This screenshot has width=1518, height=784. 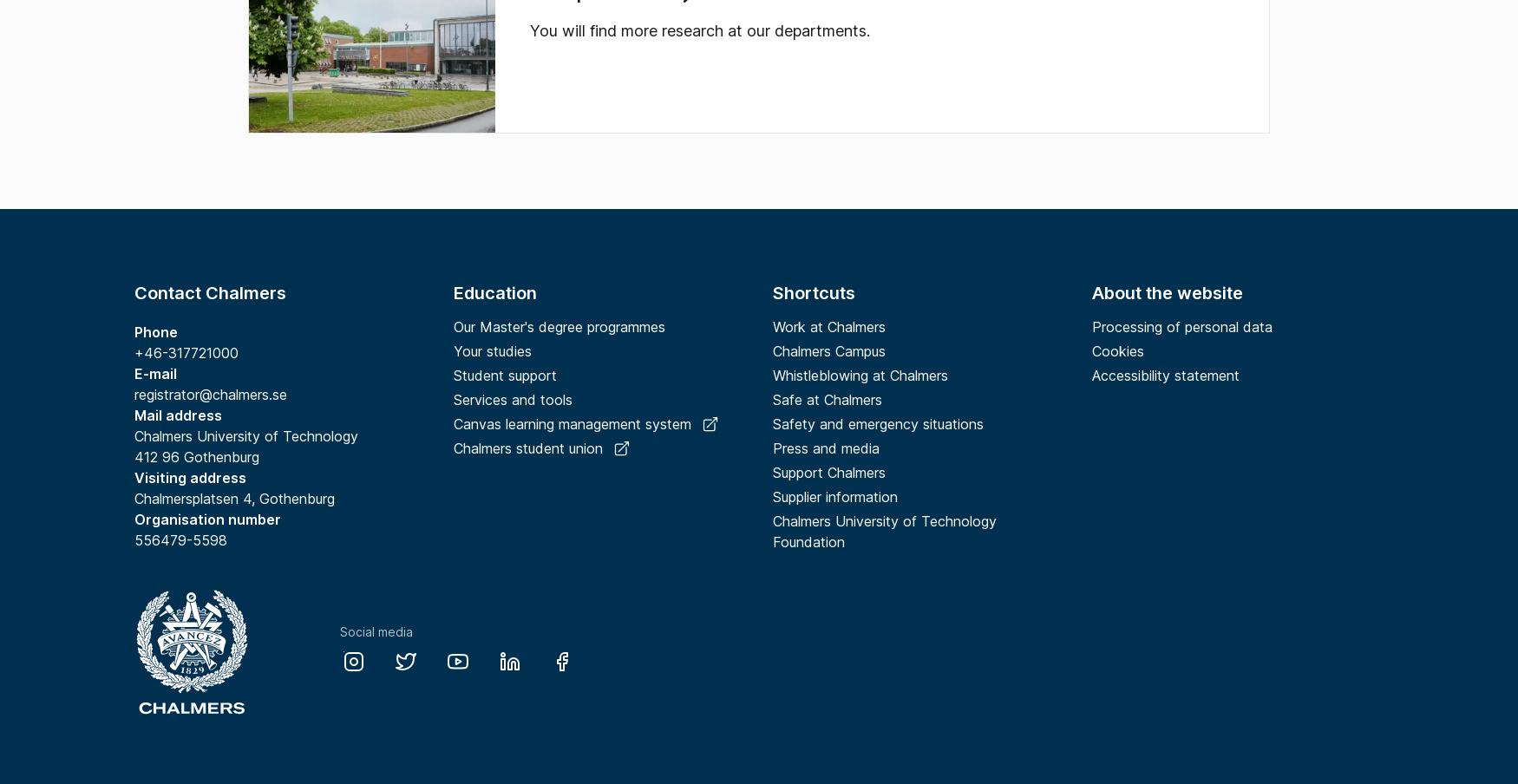 I want to click on 'E-mail', so click(x=154, y=374).